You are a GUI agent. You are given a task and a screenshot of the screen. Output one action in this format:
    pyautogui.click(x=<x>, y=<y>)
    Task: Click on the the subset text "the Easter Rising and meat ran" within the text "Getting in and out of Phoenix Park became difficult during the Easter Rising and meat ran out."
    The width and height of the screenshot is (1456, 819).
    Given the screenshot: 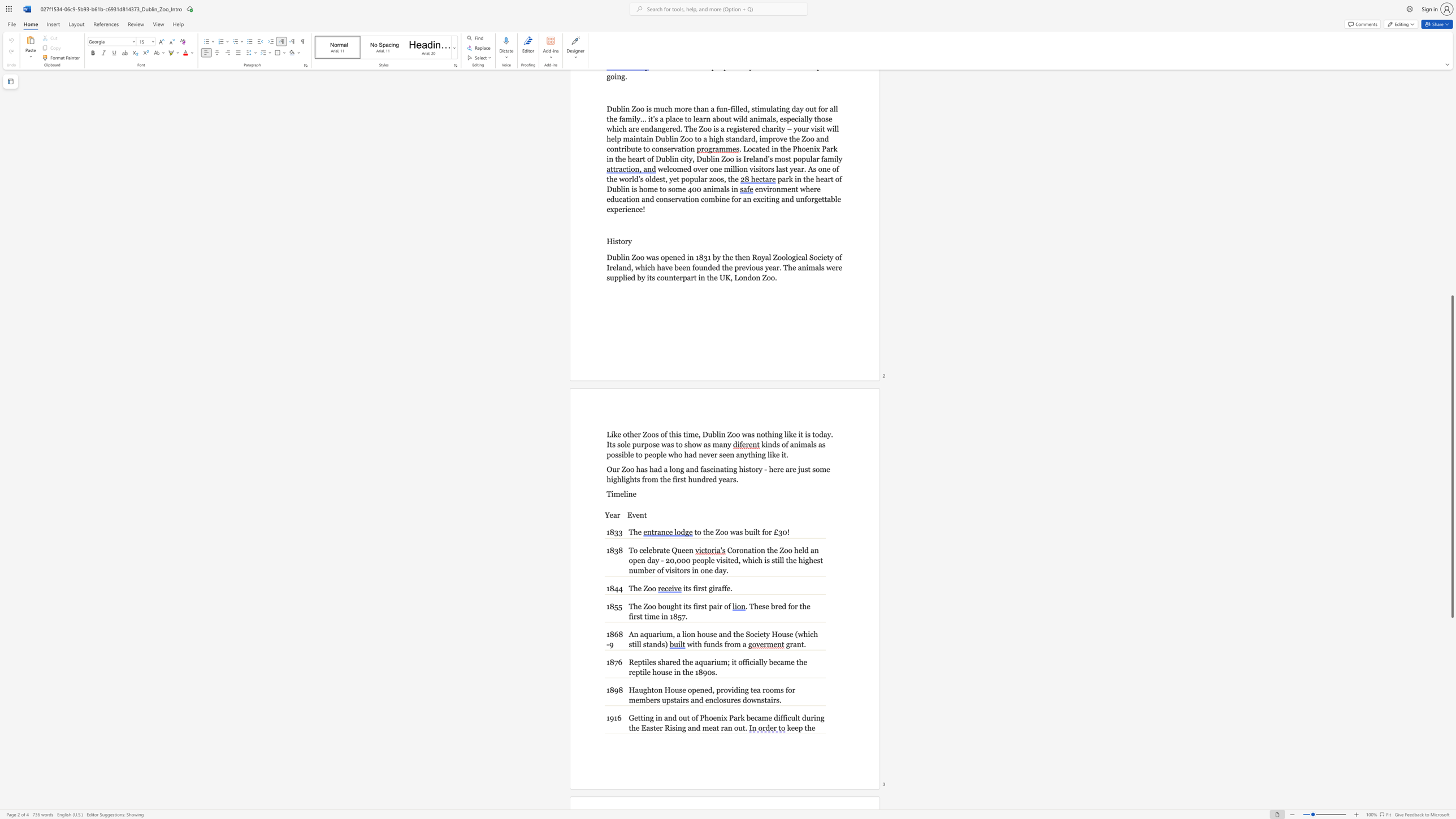 What is the action you would take?
    pyautogui.click(x=629, y=727)
    